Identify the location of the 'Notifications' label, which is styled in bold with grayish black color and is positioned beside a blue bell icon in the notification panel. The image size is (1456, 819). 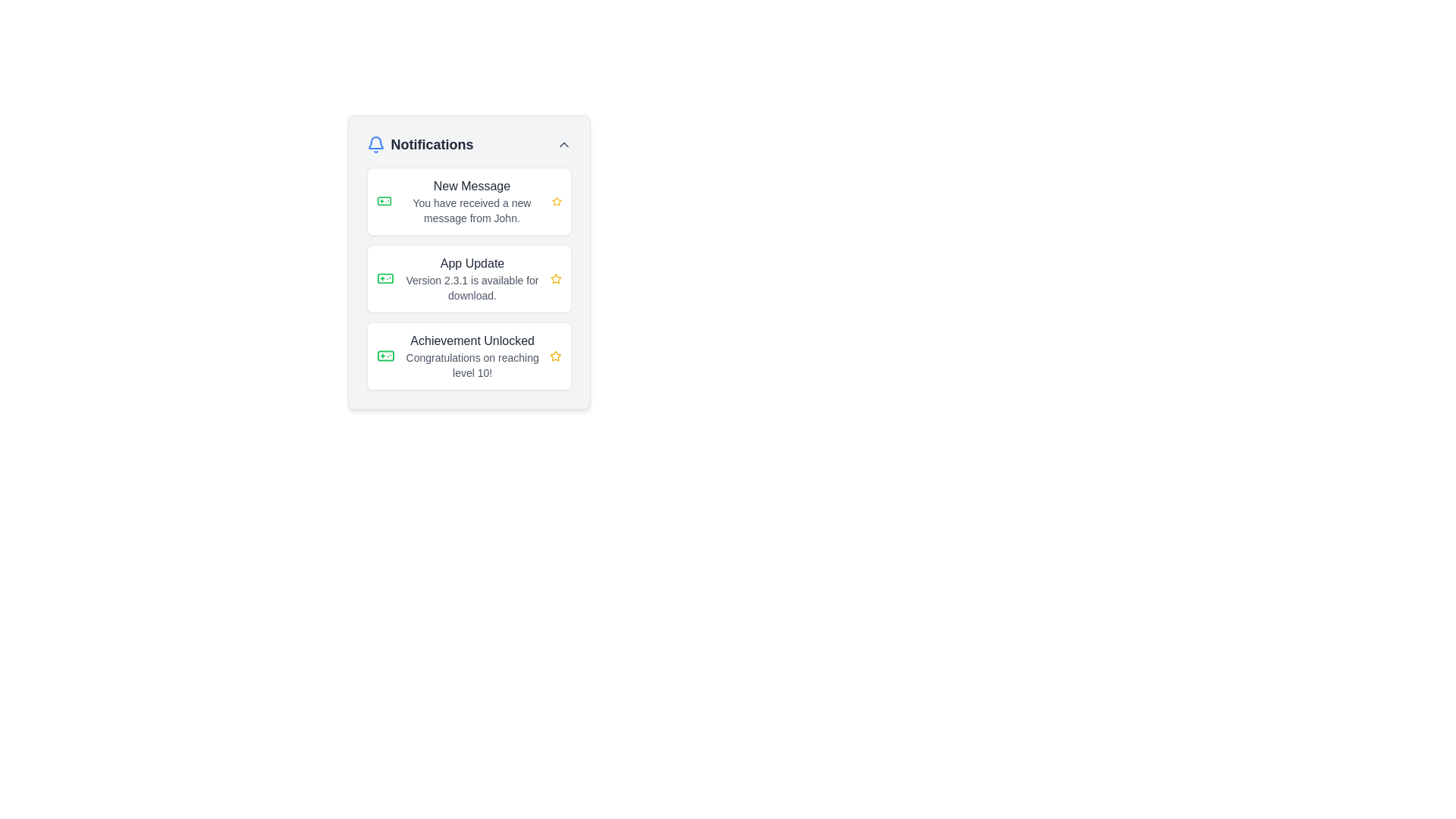
(431, 145).